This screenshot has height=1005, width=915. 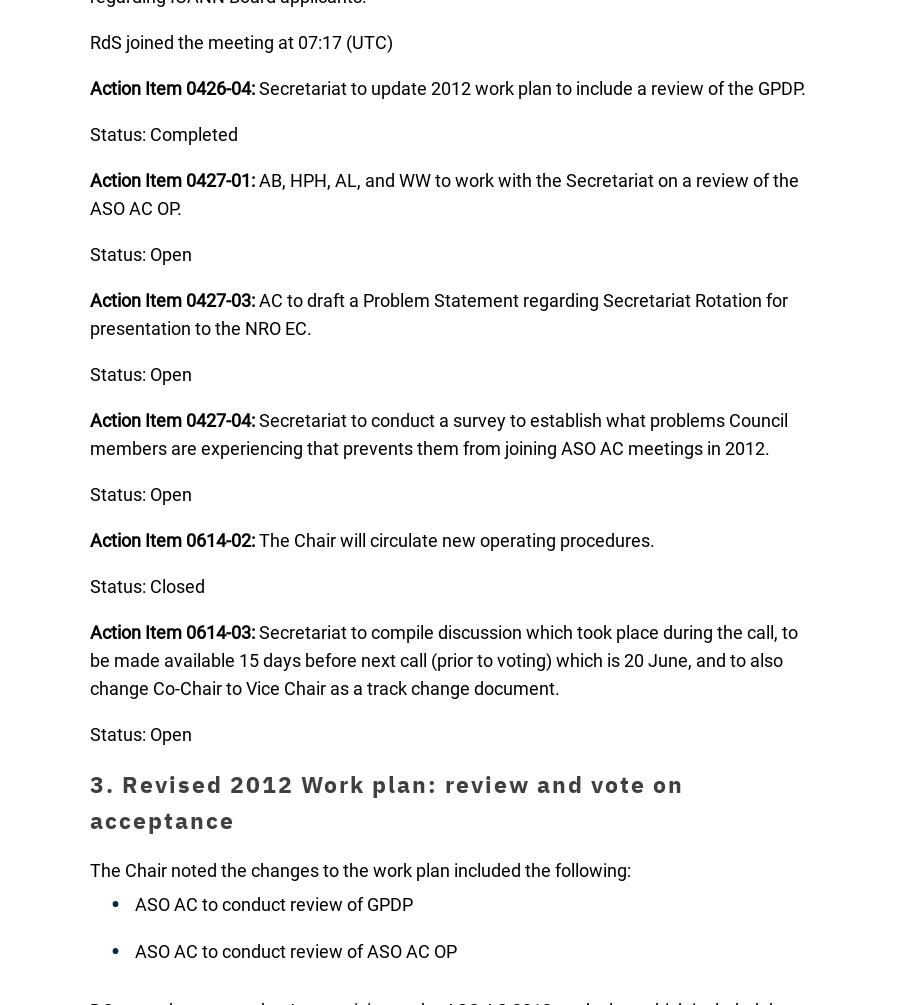 I want to click on 'RdS joined the meeting at 07:17 (UTC)', so click(x=241, y=42).